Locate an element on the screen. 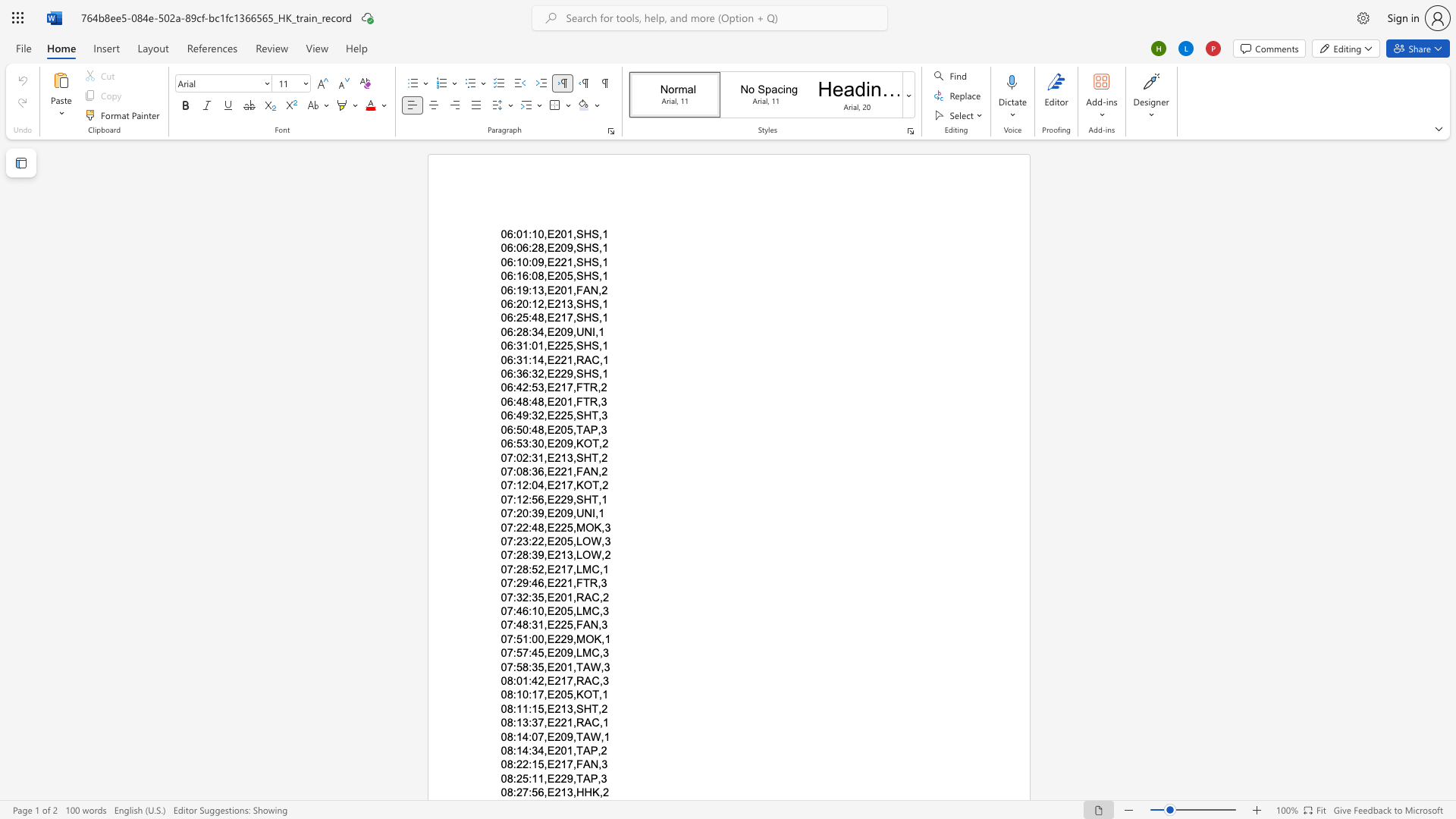  the subset text "205" within the text "07:46:10,E205,LMC,3" is located at coordinates (554, 610).